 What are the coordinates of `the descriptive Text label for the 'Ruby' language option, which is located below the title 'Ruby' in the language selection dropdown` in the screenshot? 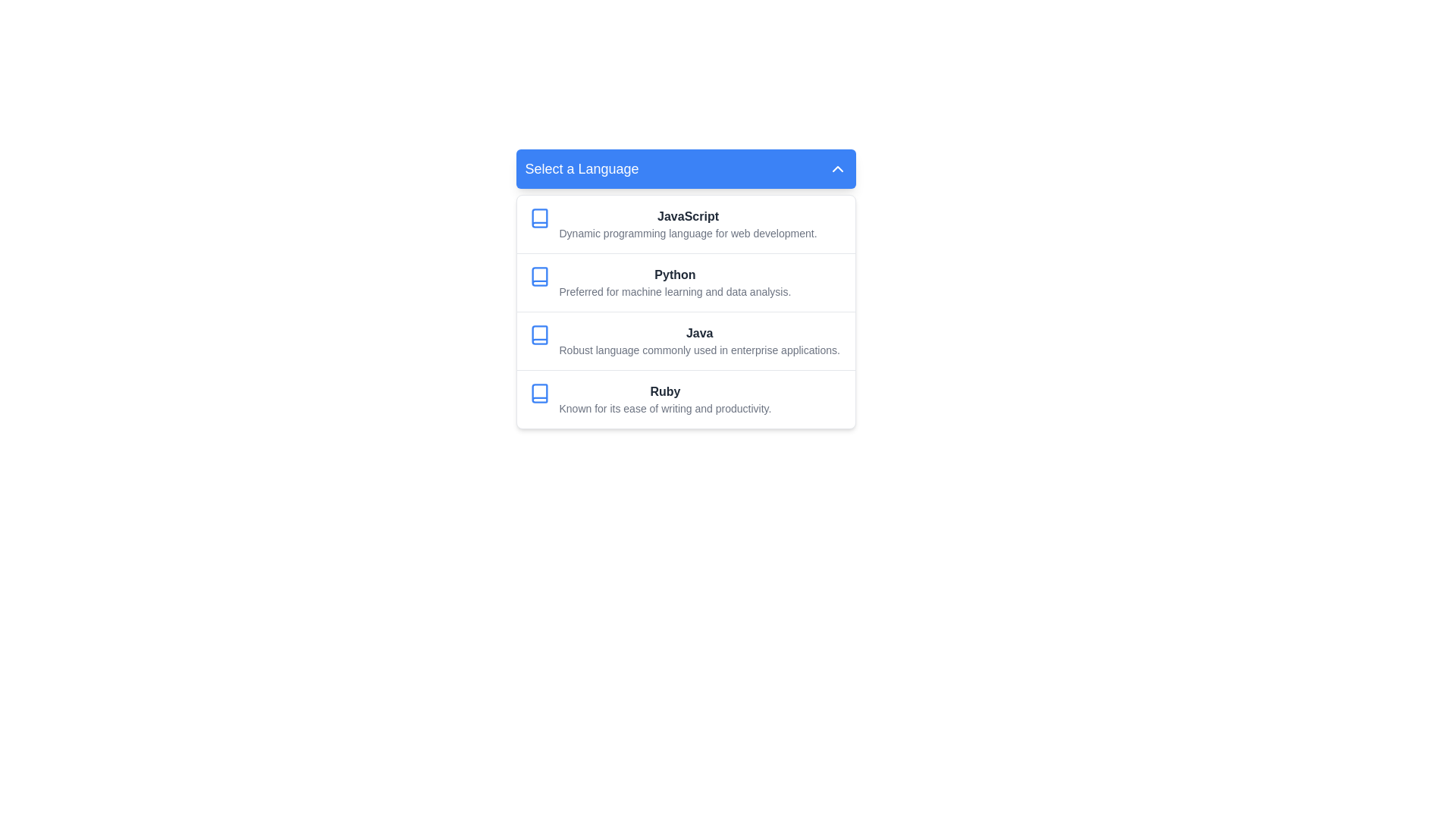 It's located at (665, 408).